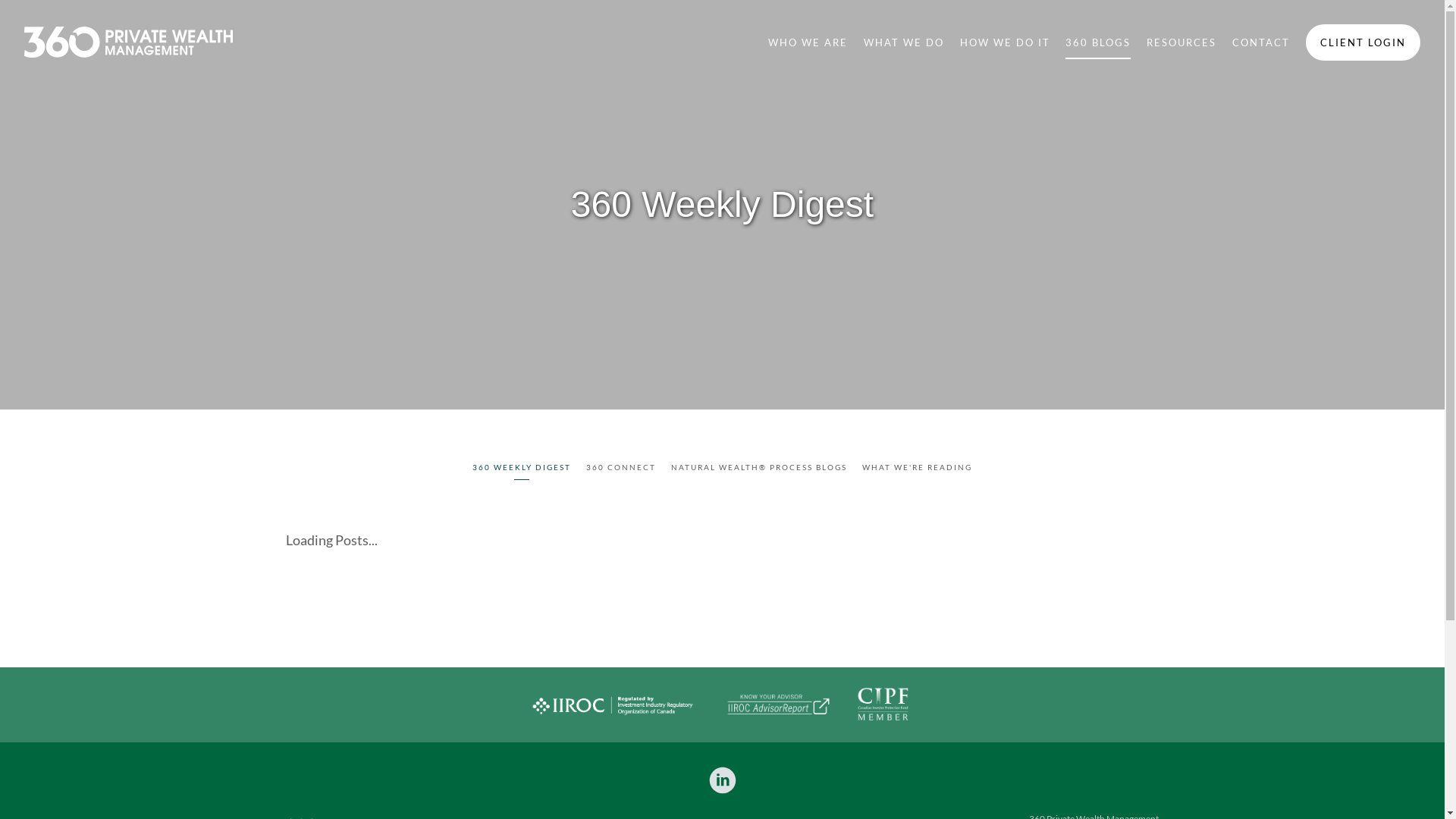 The width and height of the screenshot is (1456, 819). I want to click on 'WHAT WE DO', so click(903, 41).